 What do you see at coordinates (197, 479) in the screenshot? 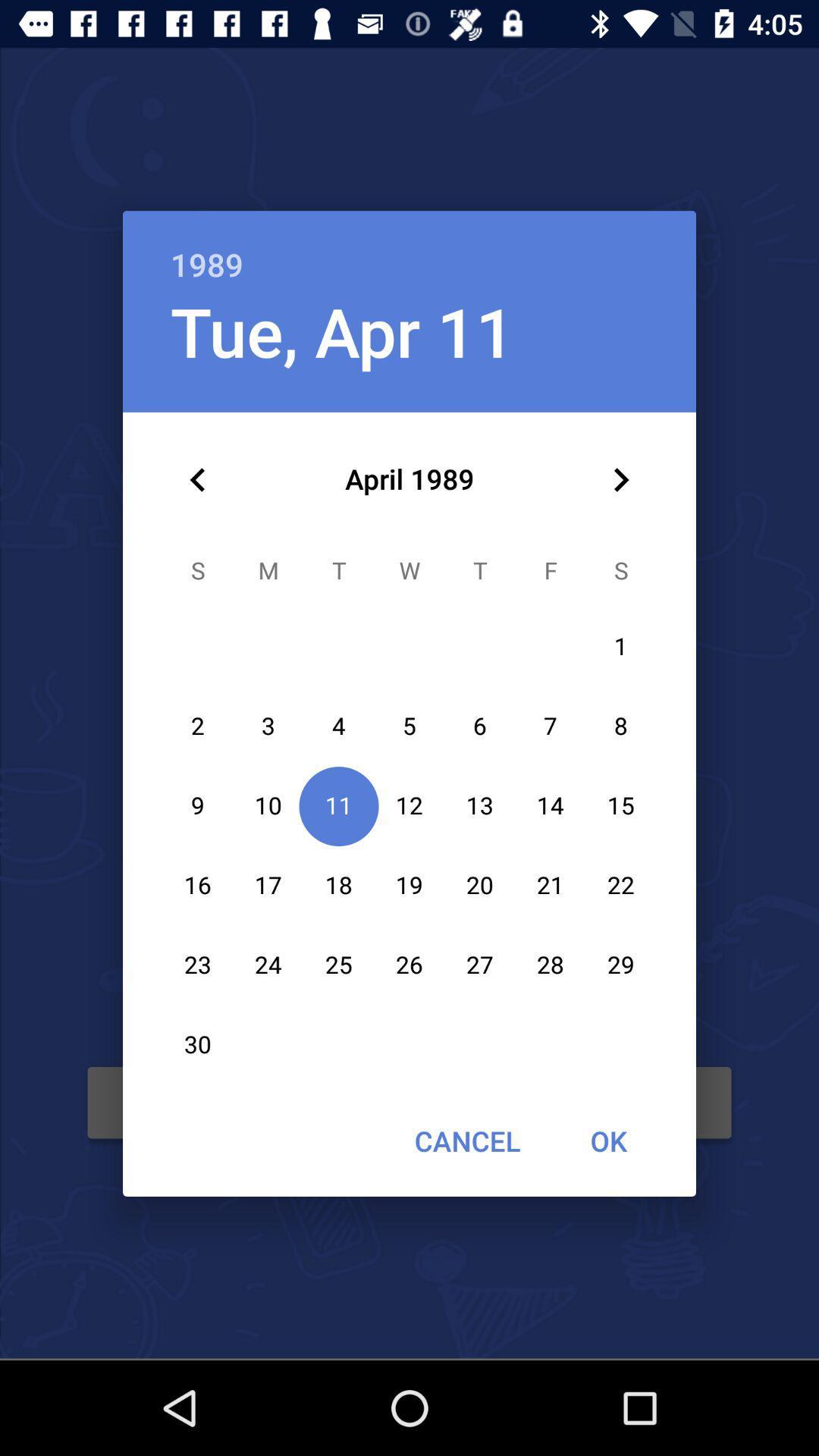
I see `the icon at the top left corner` at bounding box center [197, 479].